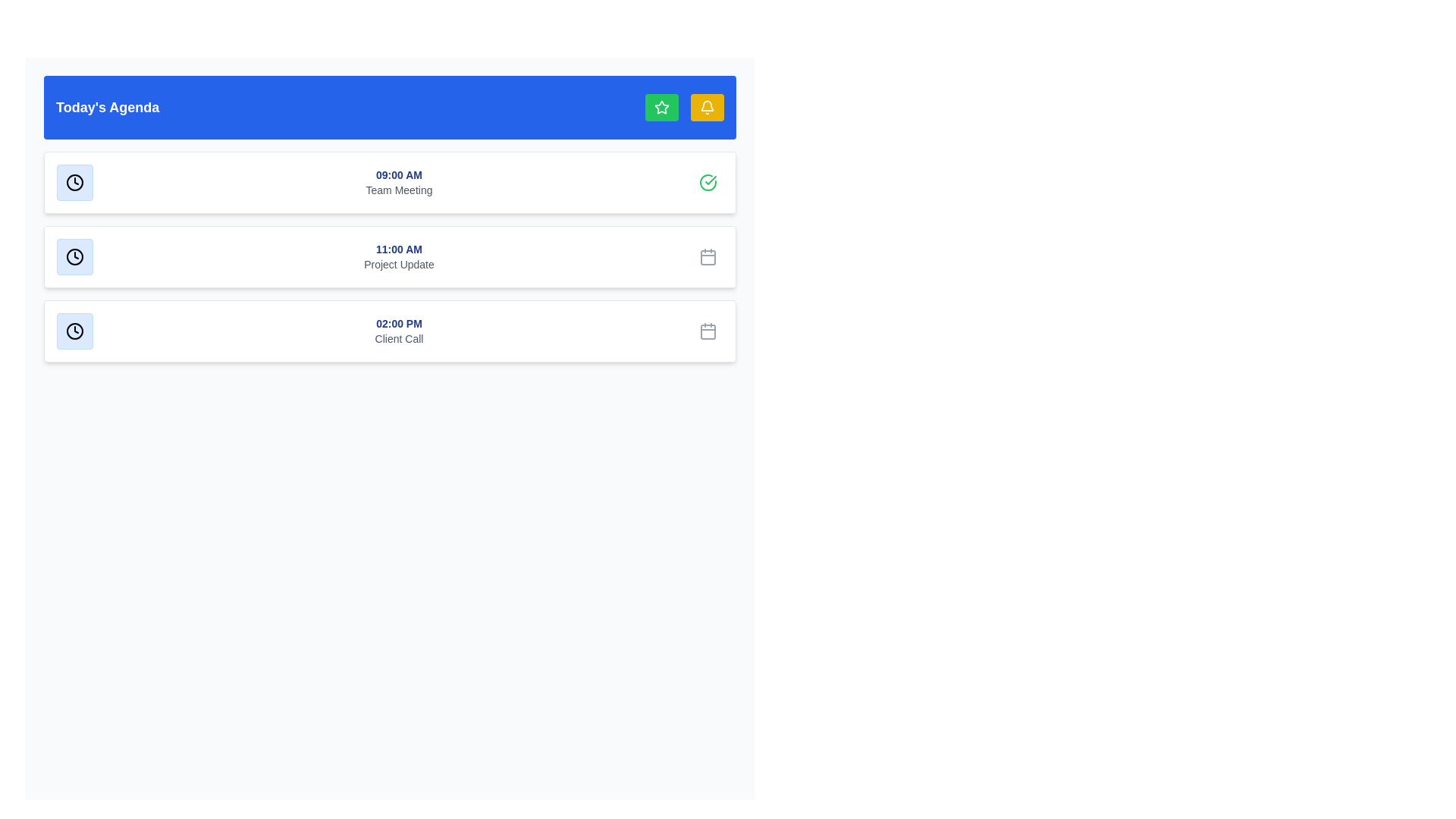 Image resolution: width=1456 pixels, height=819 pixels. I want to click on the notification toggle button located in the top-right section of the interface inside a blue header area, so click(706, 107).